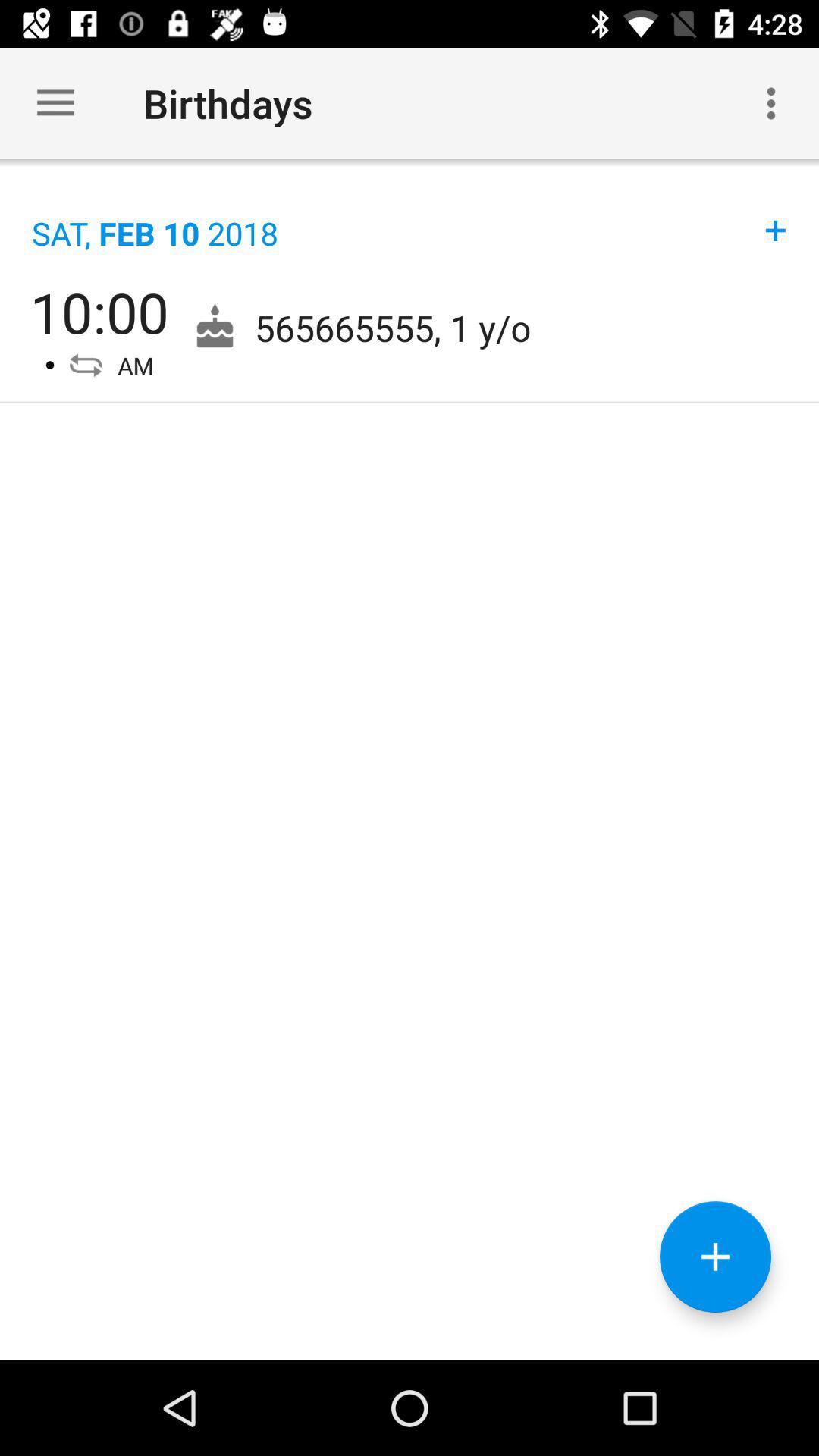 The image size is (819, 1456). What do you see at coordinates (715, 1257) in the screenshot?
I see `the item at the bottom right corner` at bounding box center [715, 1257].